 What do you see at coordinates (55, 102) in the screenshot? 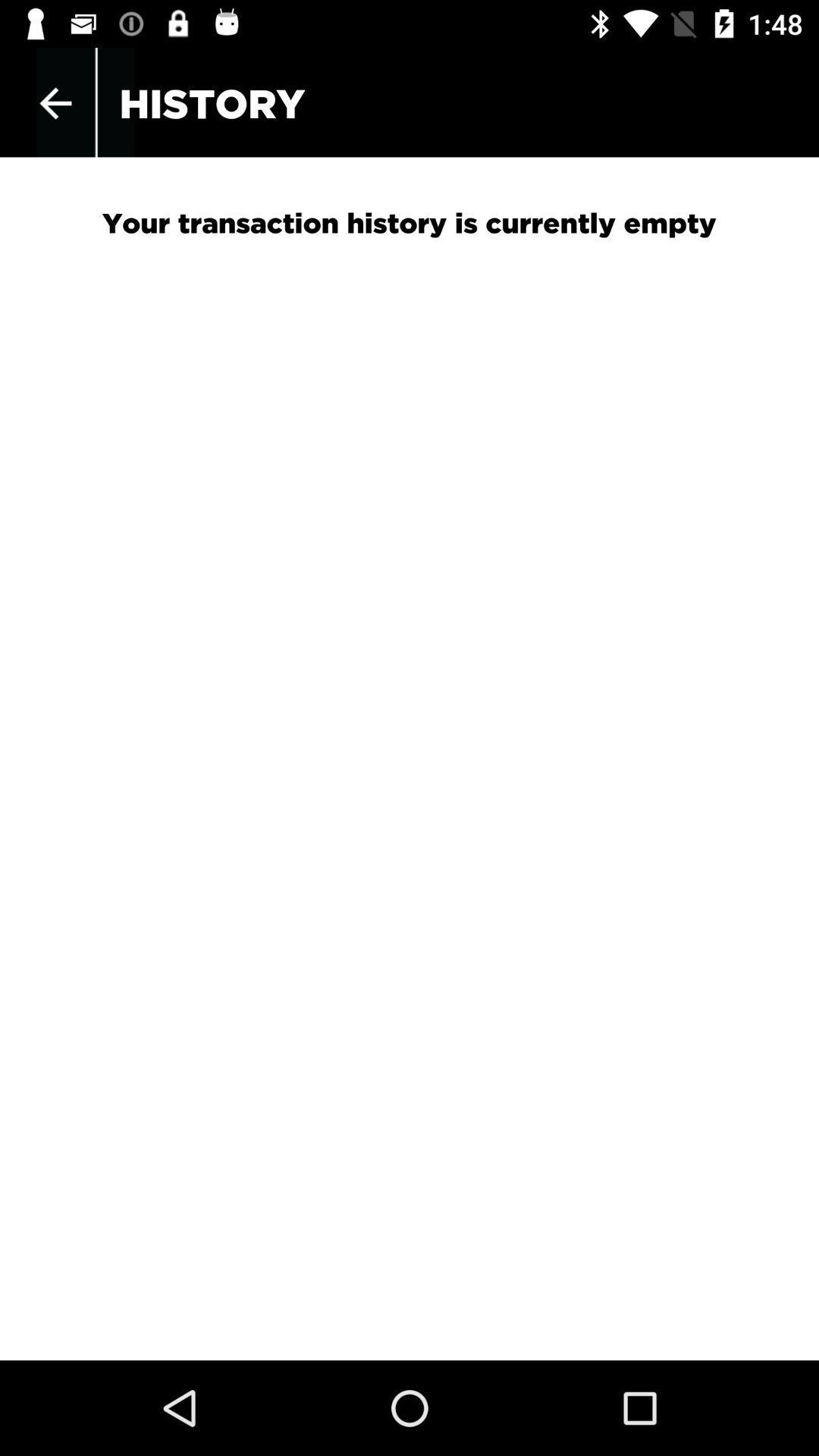
I see `icon above your transaction history item` at bounding box center [55, 102].